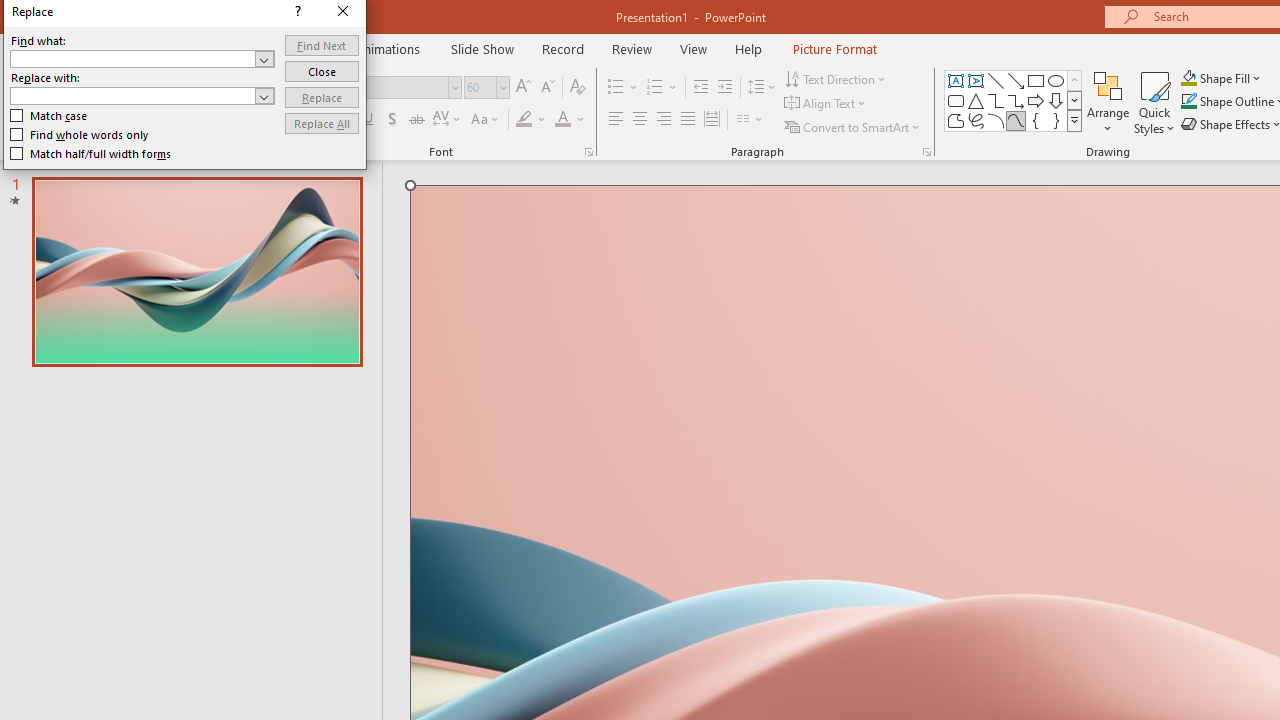 This screenshot has height=720, width=1280. Describe the element at coordinates (321, 97) in the screenshot. I see `'Replace'` at that location.